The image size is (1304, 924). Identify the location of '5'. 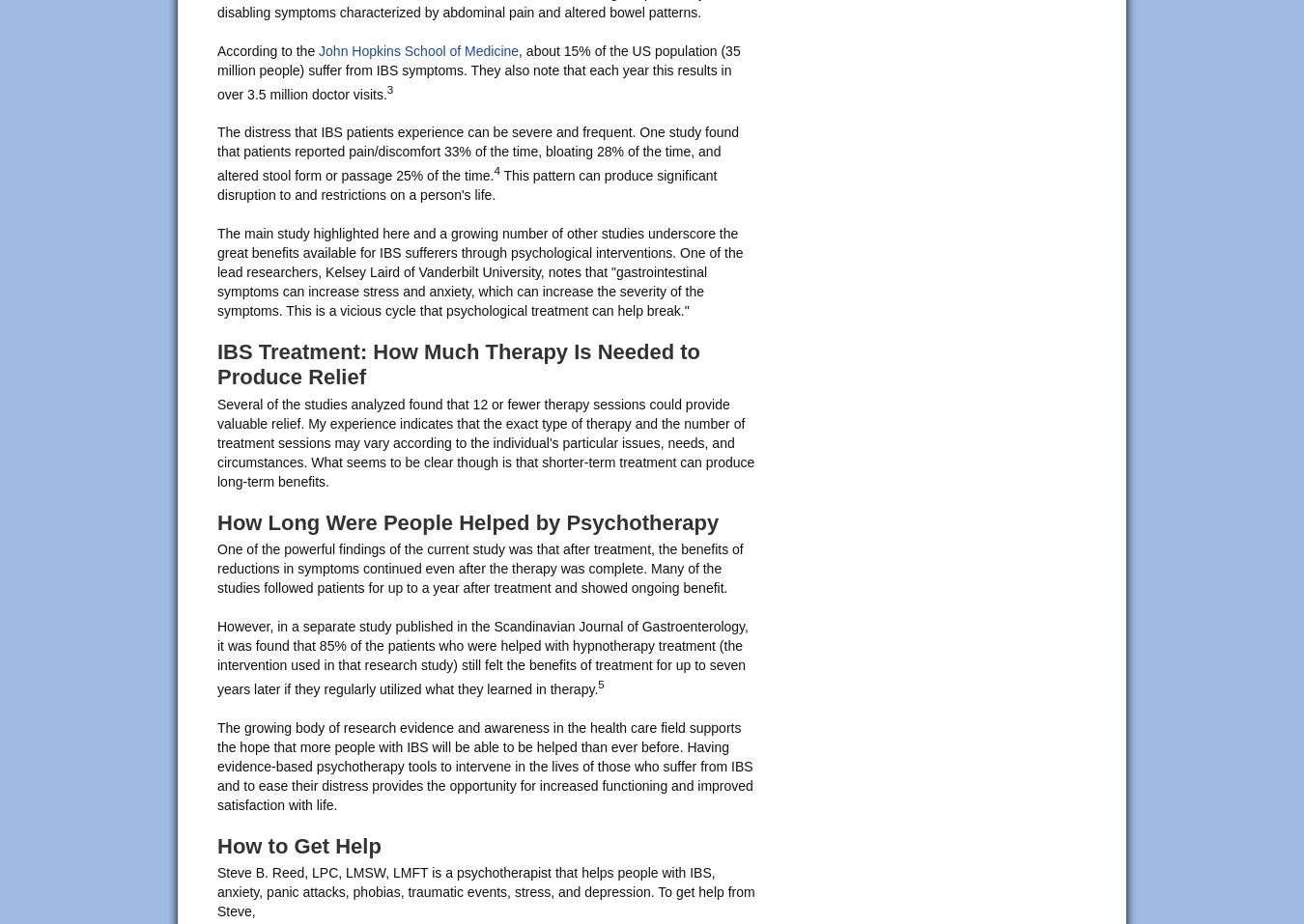
(600, 684).